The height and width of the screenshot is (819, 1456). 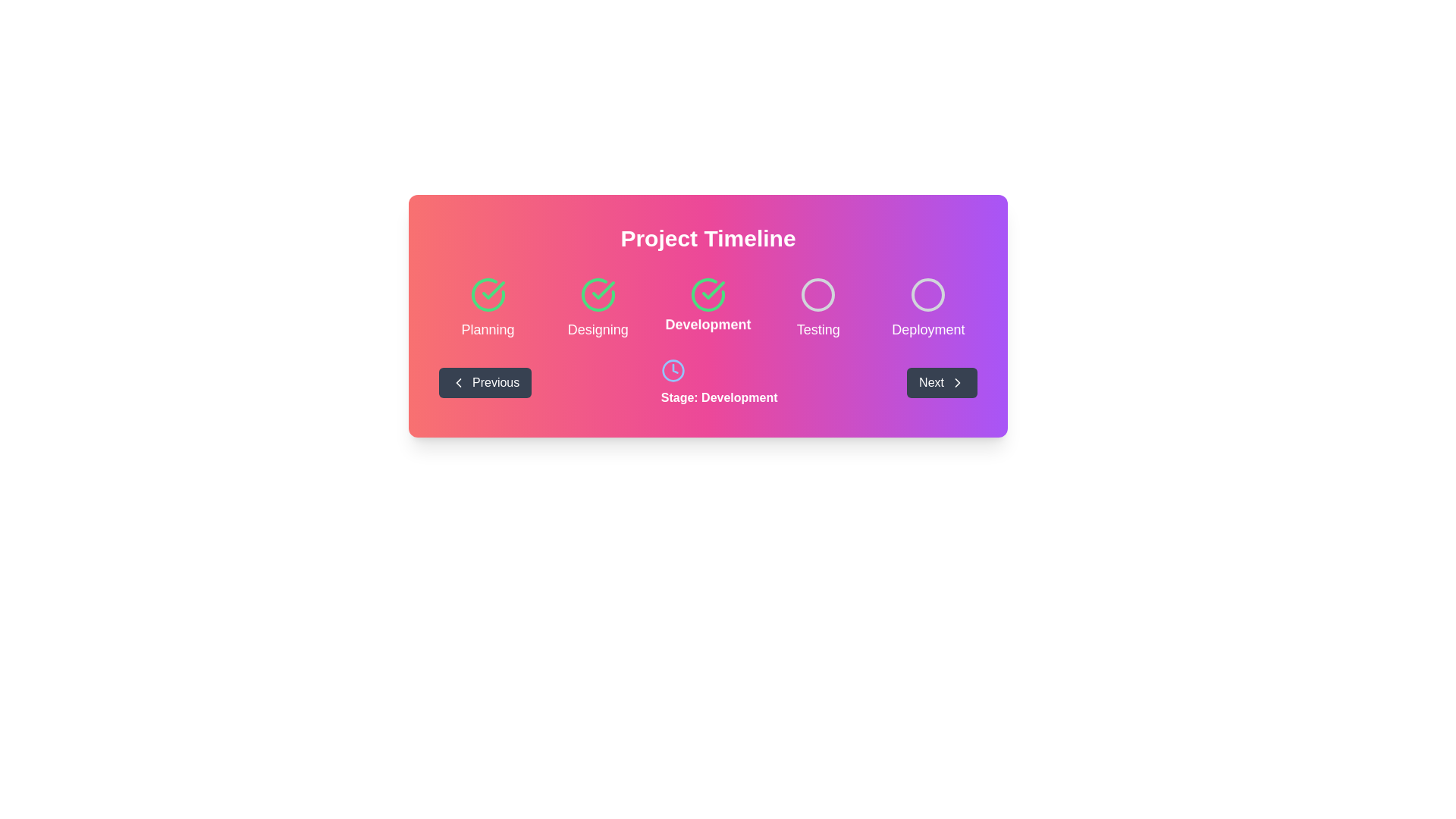 What do you see at coordinates (817, 329) in the screenshot?
I see `text content of the 'Testing' phase label within the 'Project Timeline' section under the 'Development' label` at bounding box center [817, 329].